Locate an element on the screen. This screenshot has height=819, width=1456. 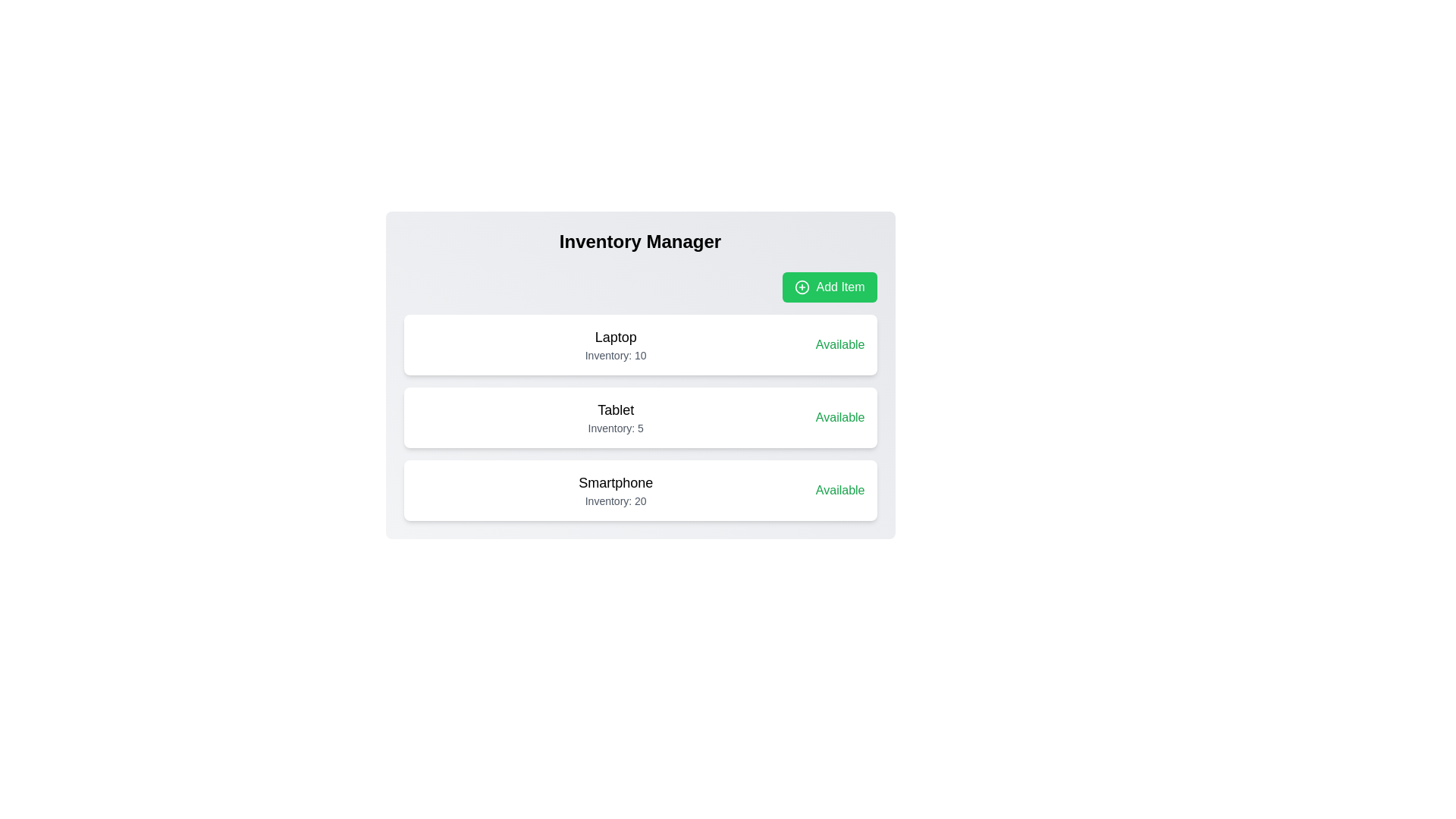
the 'Add Item' button to add a new item to the inventory is located at coordinates (829, 287).